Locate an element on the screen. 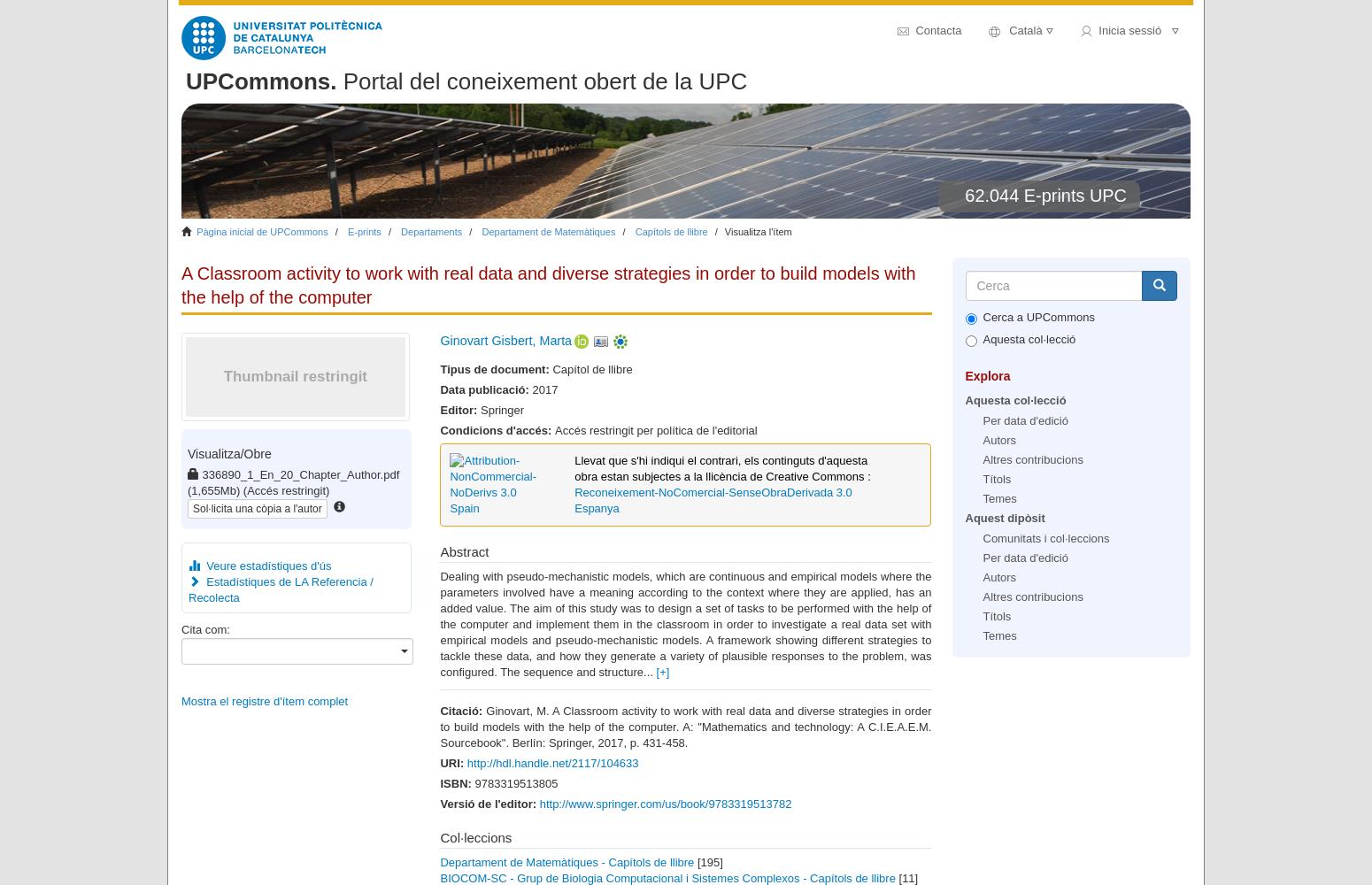 The width and height of the screenshot is (1372, 885). 'Cita com:' is located at coordinates (204, 627).